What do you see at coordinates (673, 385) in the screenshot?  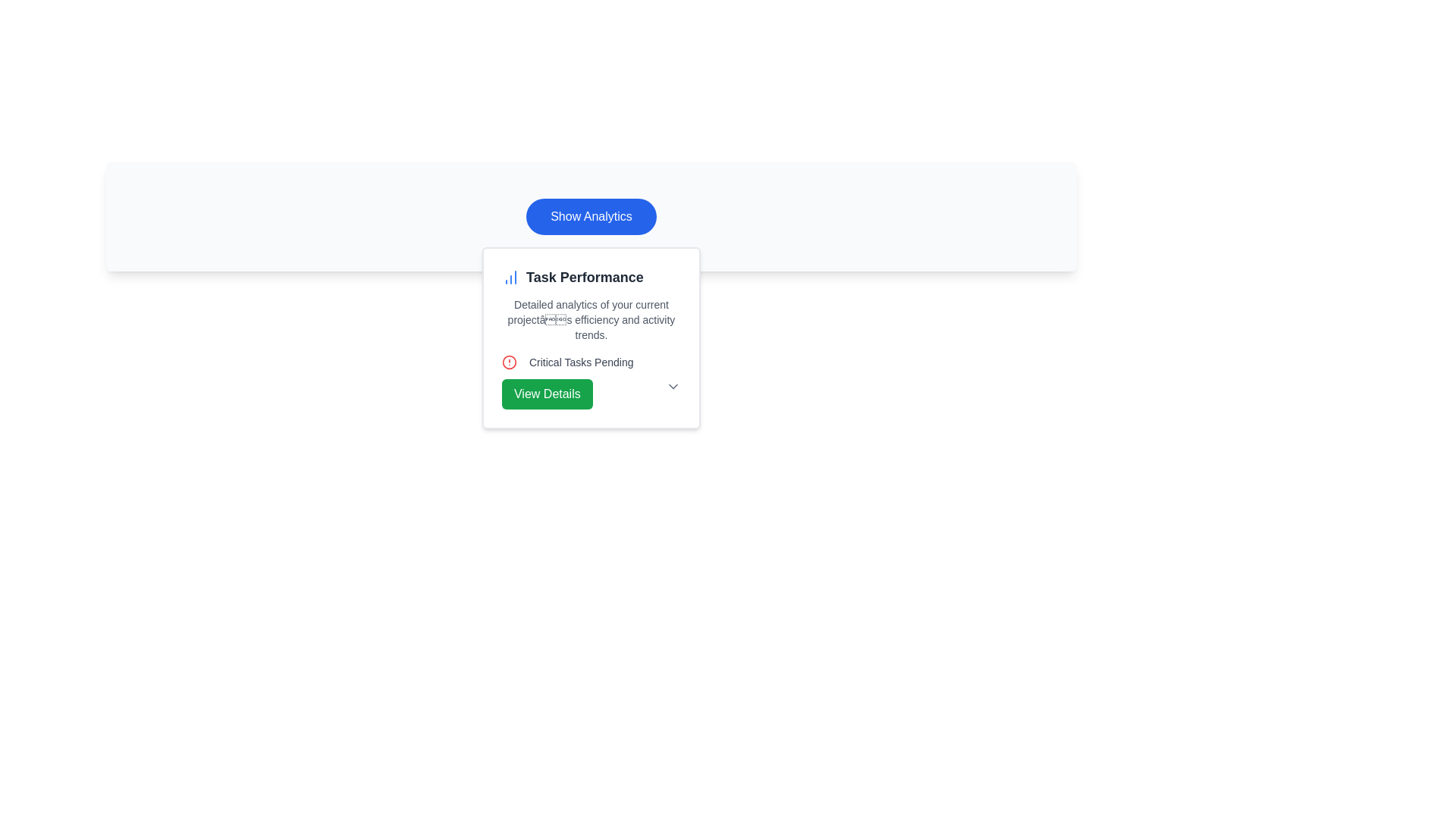 I see `the Dropdown indicator icon located at the far-right of the 'View Details' section, which is aligned with the green button labeled 'View Details'` at bounding box center [673, 385].